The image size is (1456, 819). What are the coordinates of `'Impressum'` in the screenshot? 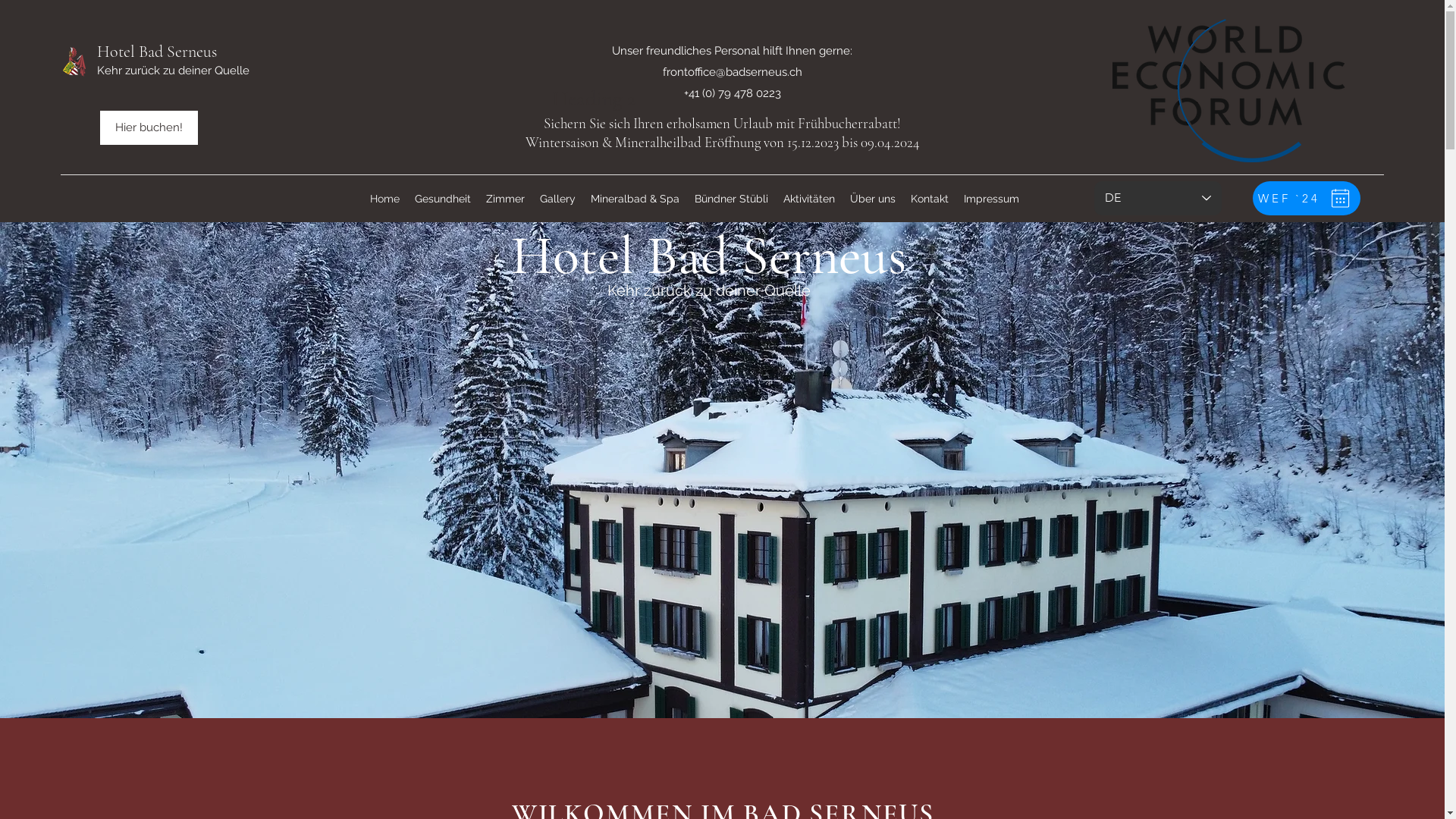 It's located at (990, 198).